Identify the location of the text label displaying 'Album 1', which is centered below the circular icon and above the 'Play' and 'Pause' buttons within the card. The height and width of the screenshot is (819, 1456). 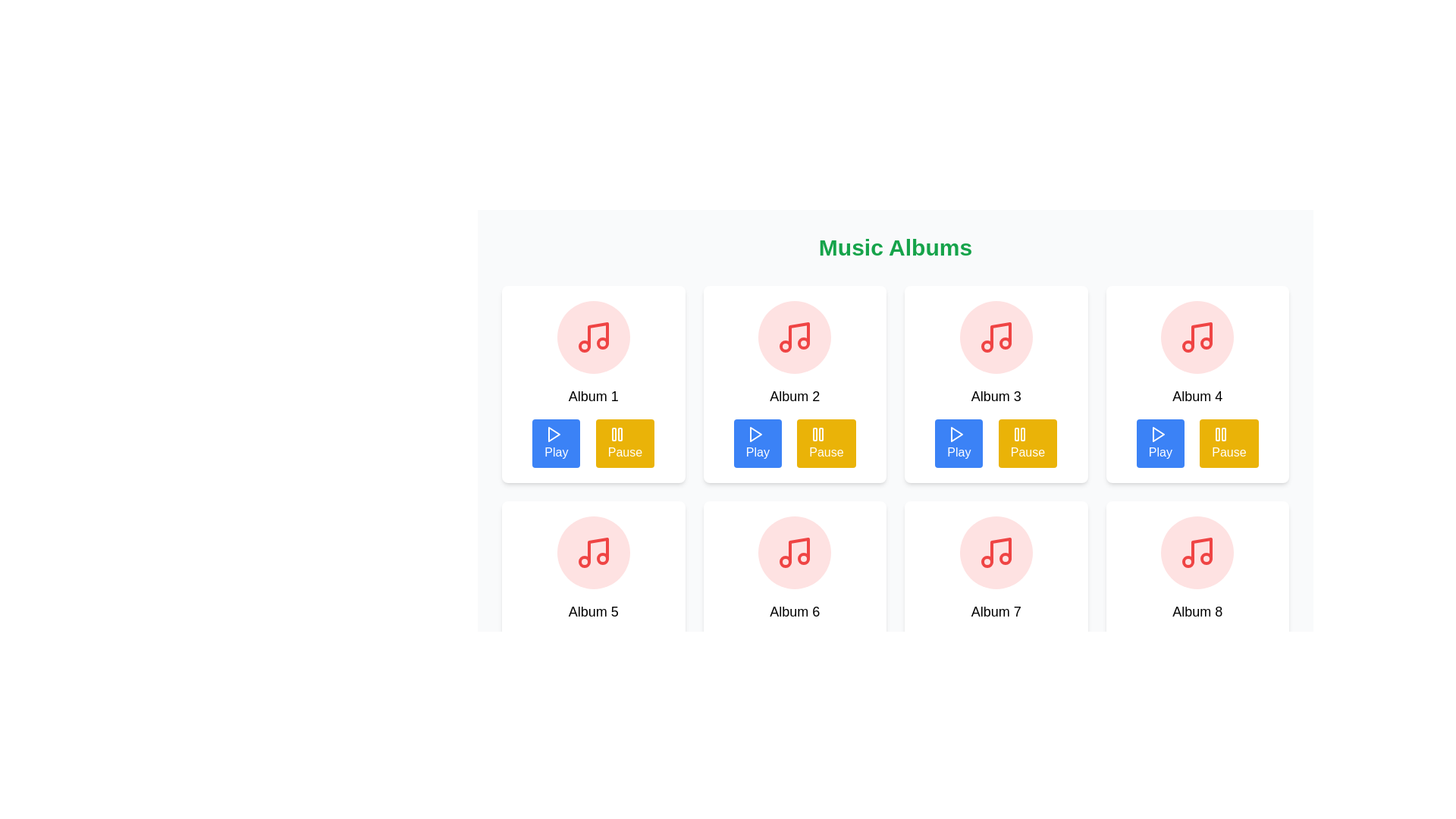
(592, 396).